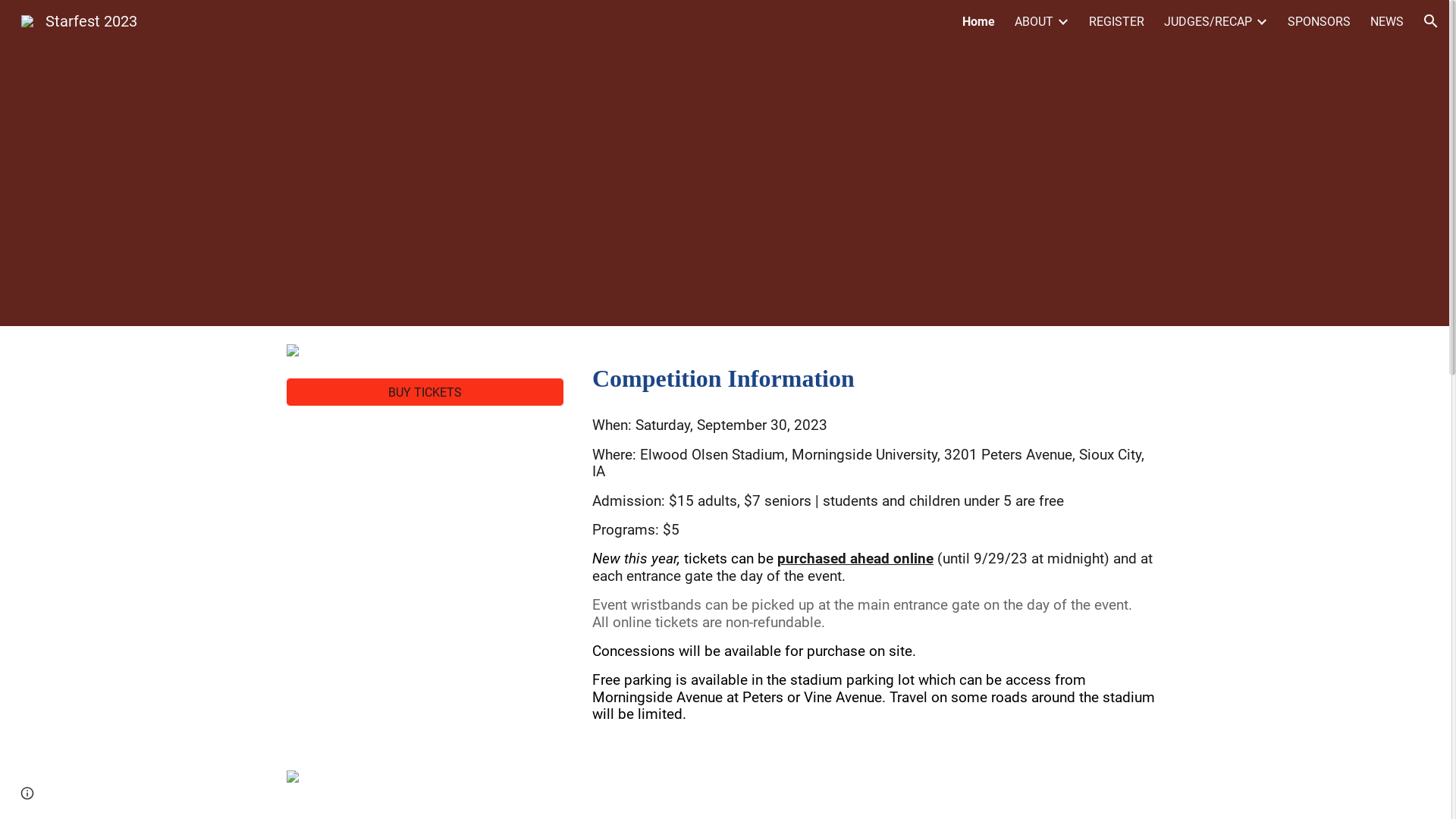 The image size is (1456, 819). What do you see at coordinates (961, 20) in the screenshot?
I see `'Home'` at bounding box center [961, 20].